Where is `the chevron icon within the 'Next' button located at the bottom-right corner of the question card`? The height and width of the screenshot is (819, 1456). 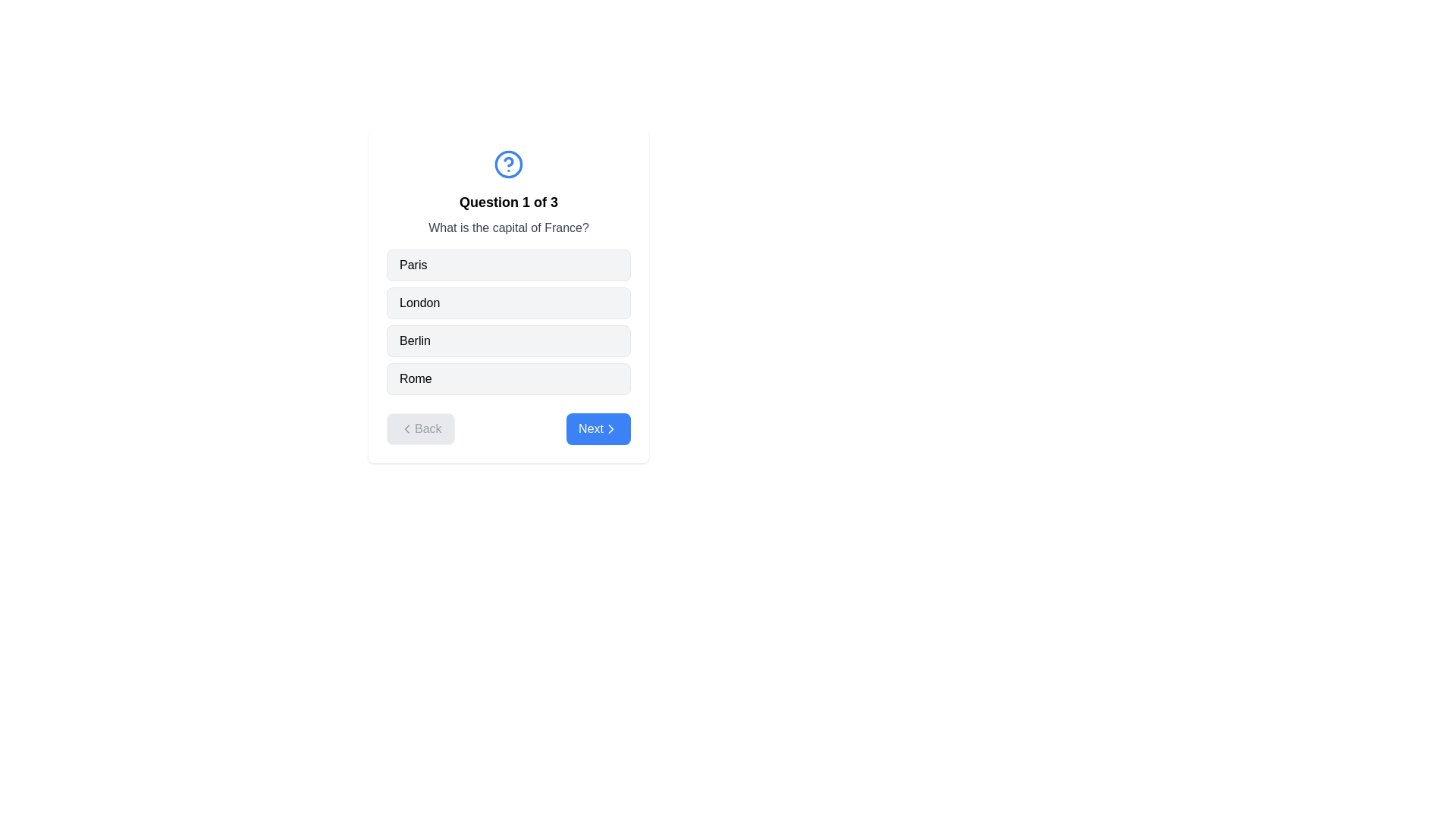
the chevron icon within the 'Next' button located at the bottom-right corner of the question card is located at coordinates (611, 429).